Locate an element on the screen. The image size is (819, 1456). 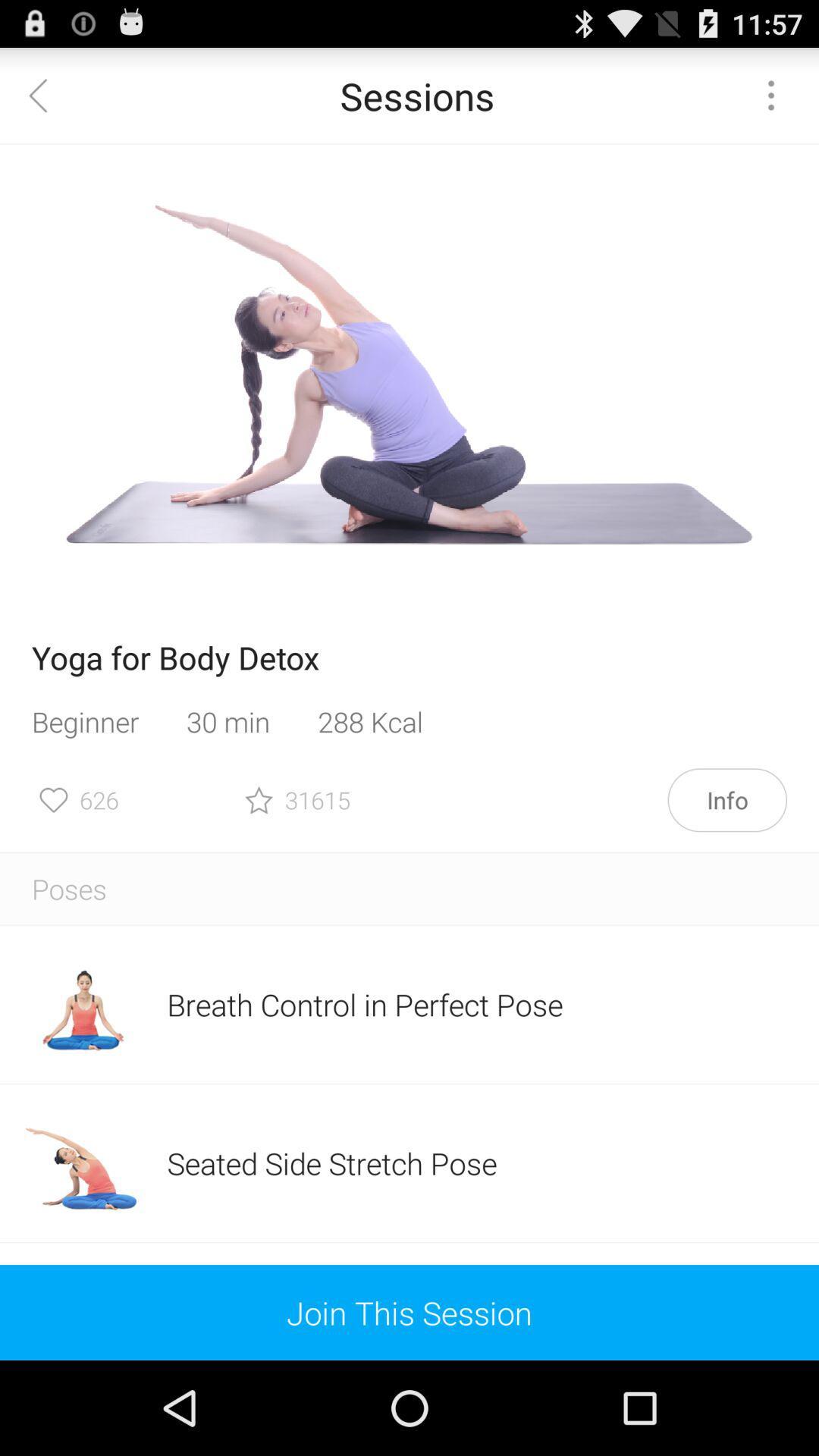
the arrow_backward icon is located at coordinates (46, 101).